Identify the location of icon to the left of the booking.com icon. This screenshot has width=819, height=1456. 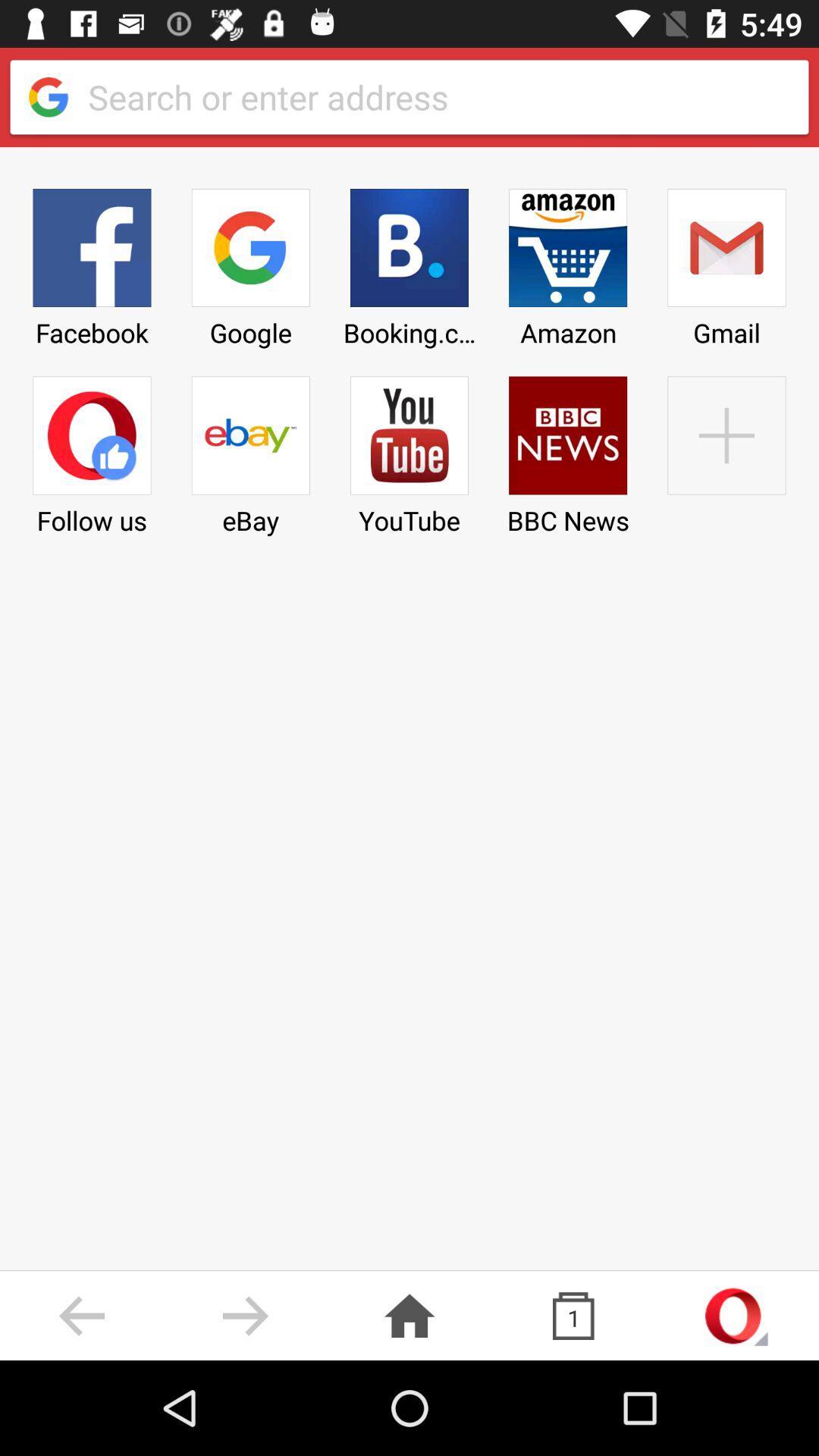
(249, 262).